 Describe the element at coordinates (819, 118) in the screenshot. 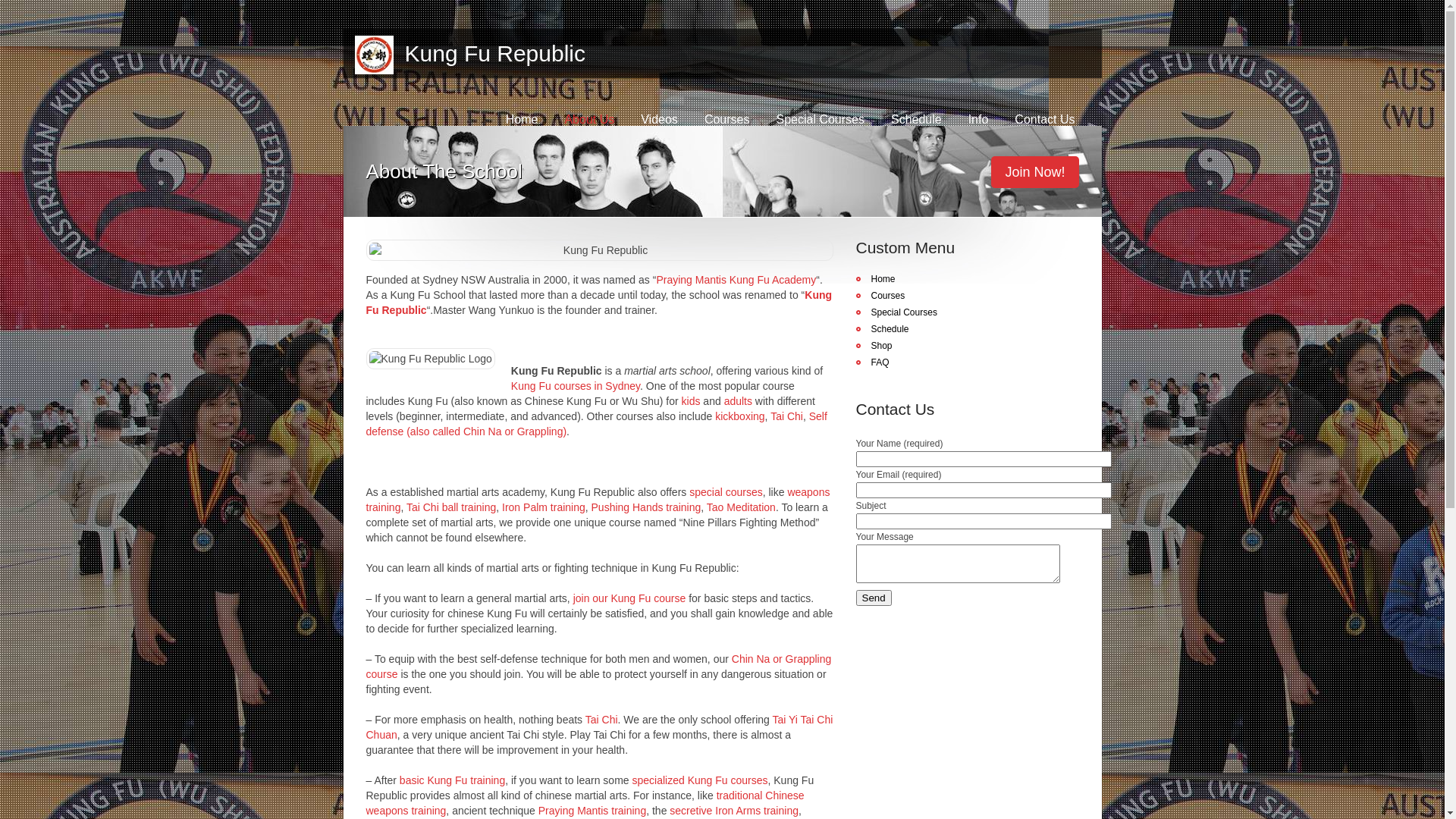

I see `'Special Courses'` at that location.